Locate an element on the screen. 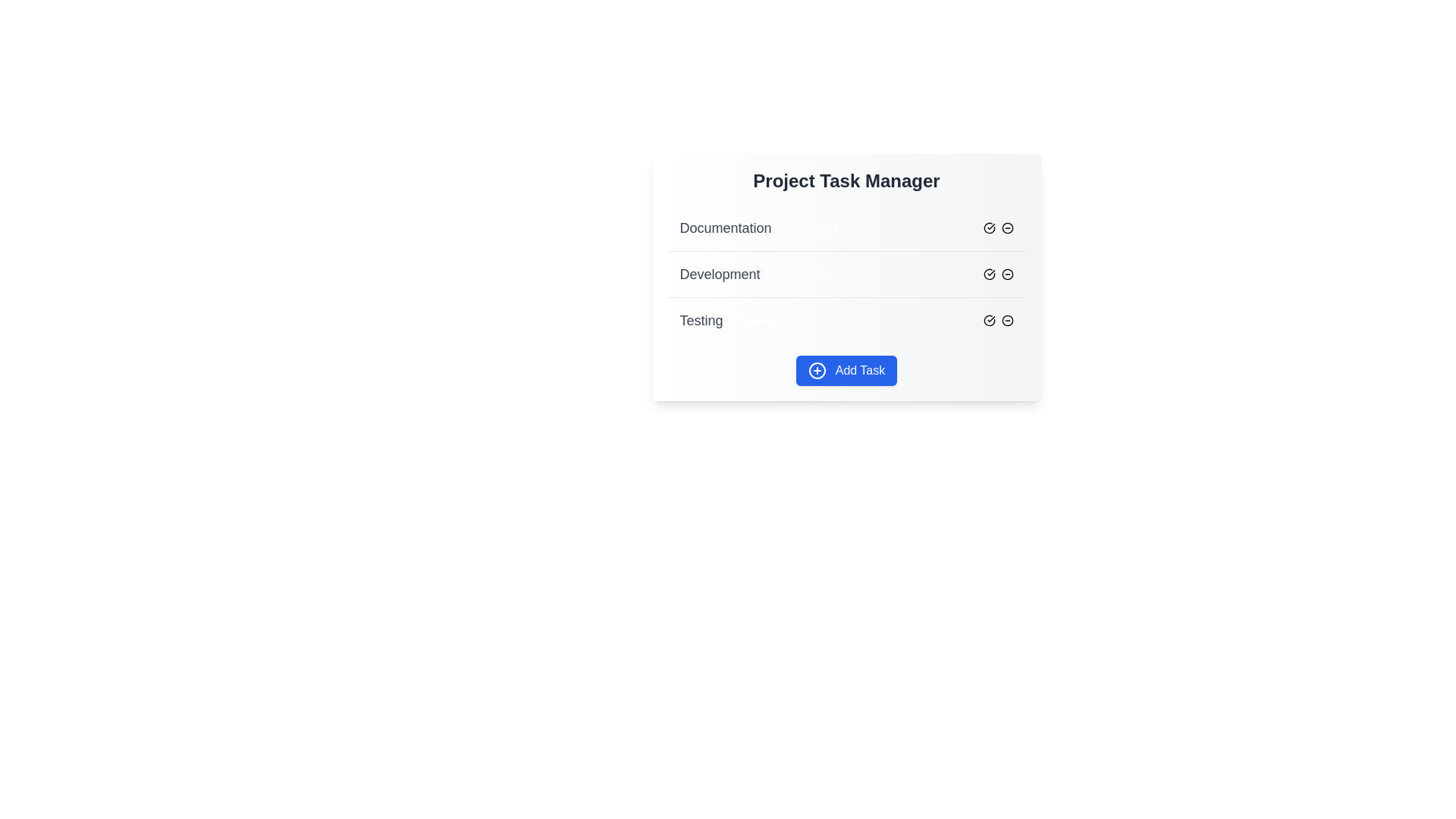 Image resolution: width=1456 pixels, height=819 pixels. the small circular icon with a plus sign inside the blue 'Add Task' button is located at coordinates (816, 371).